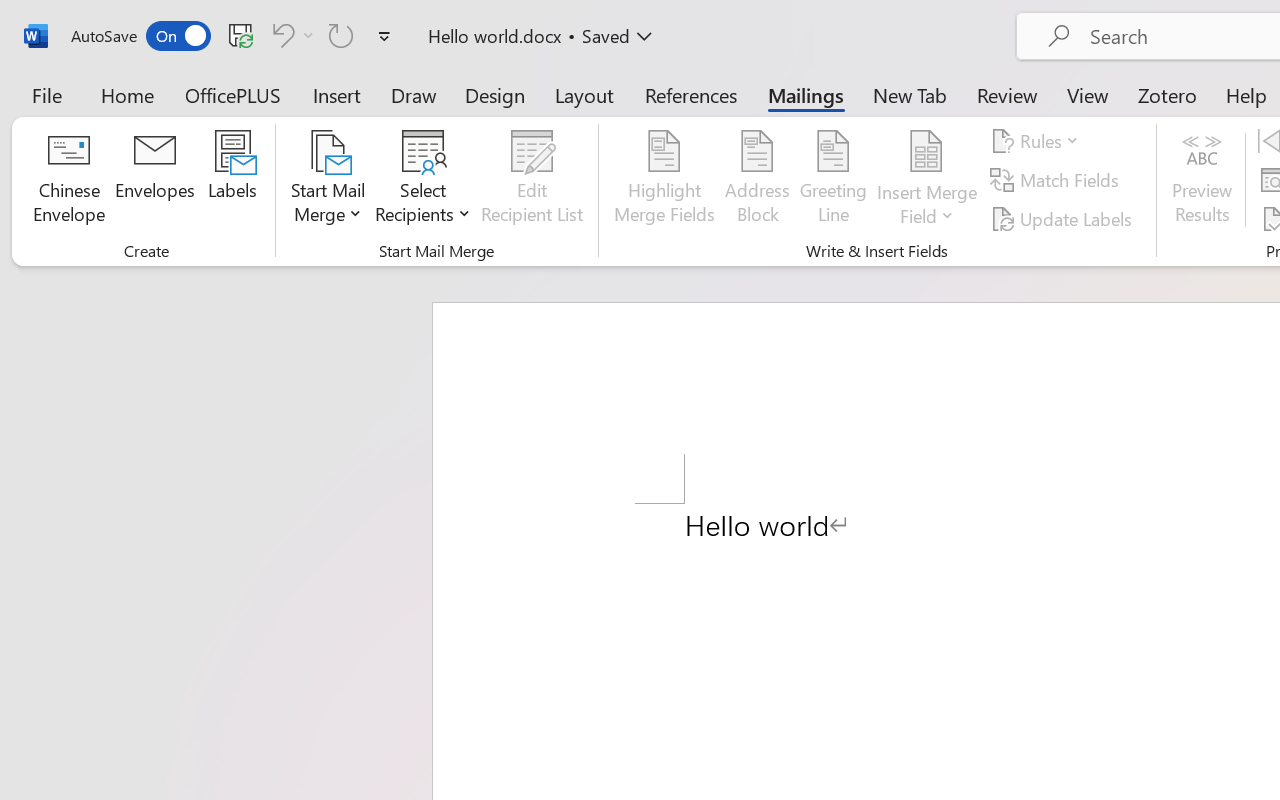 The height and width of the screenshot is (800, 1280). I want to click on 'Layout', so click(583, 94).